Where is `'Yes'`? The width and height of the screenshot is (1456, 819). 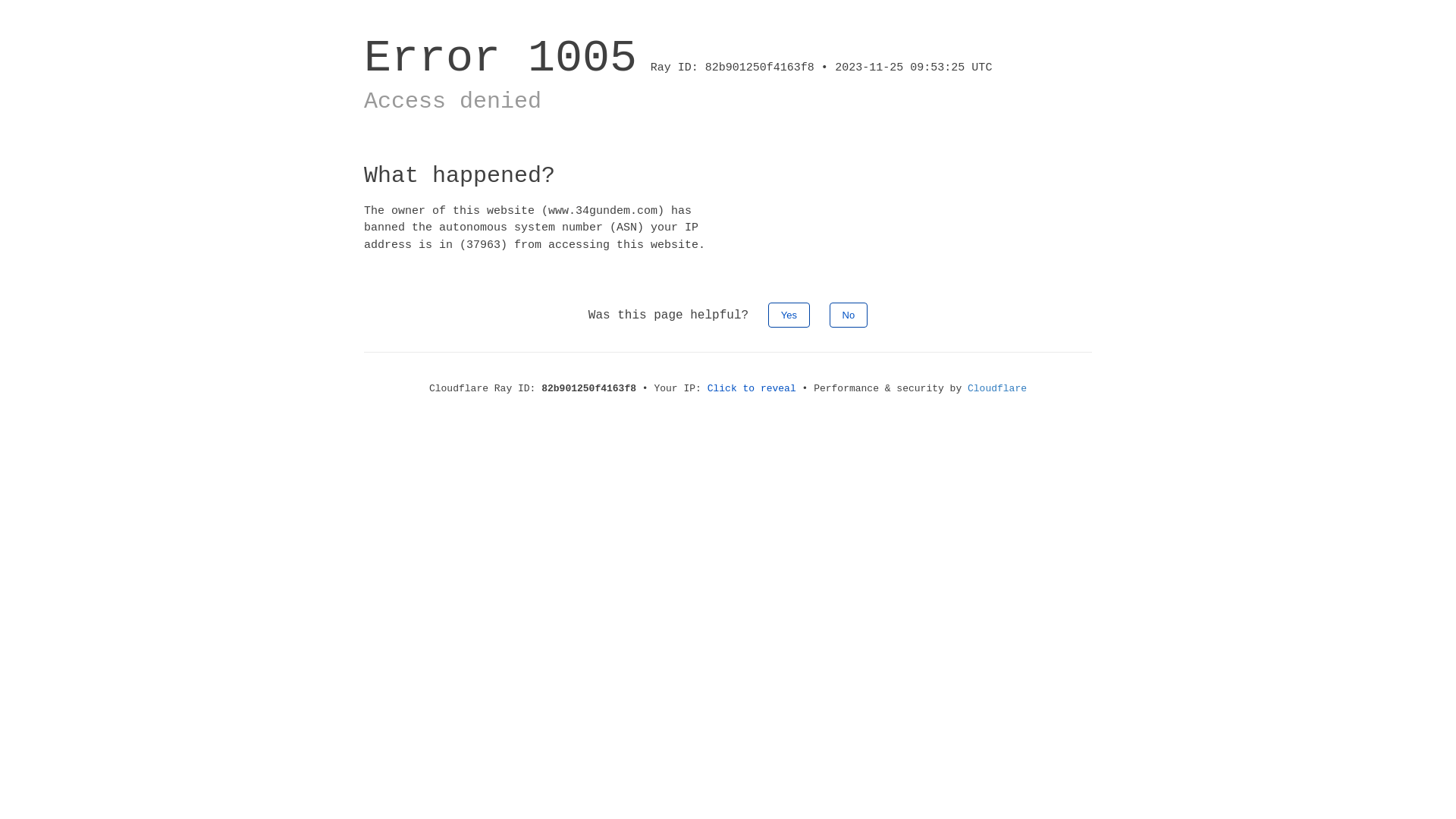
'Yes' is located at coordinates (789, 314).